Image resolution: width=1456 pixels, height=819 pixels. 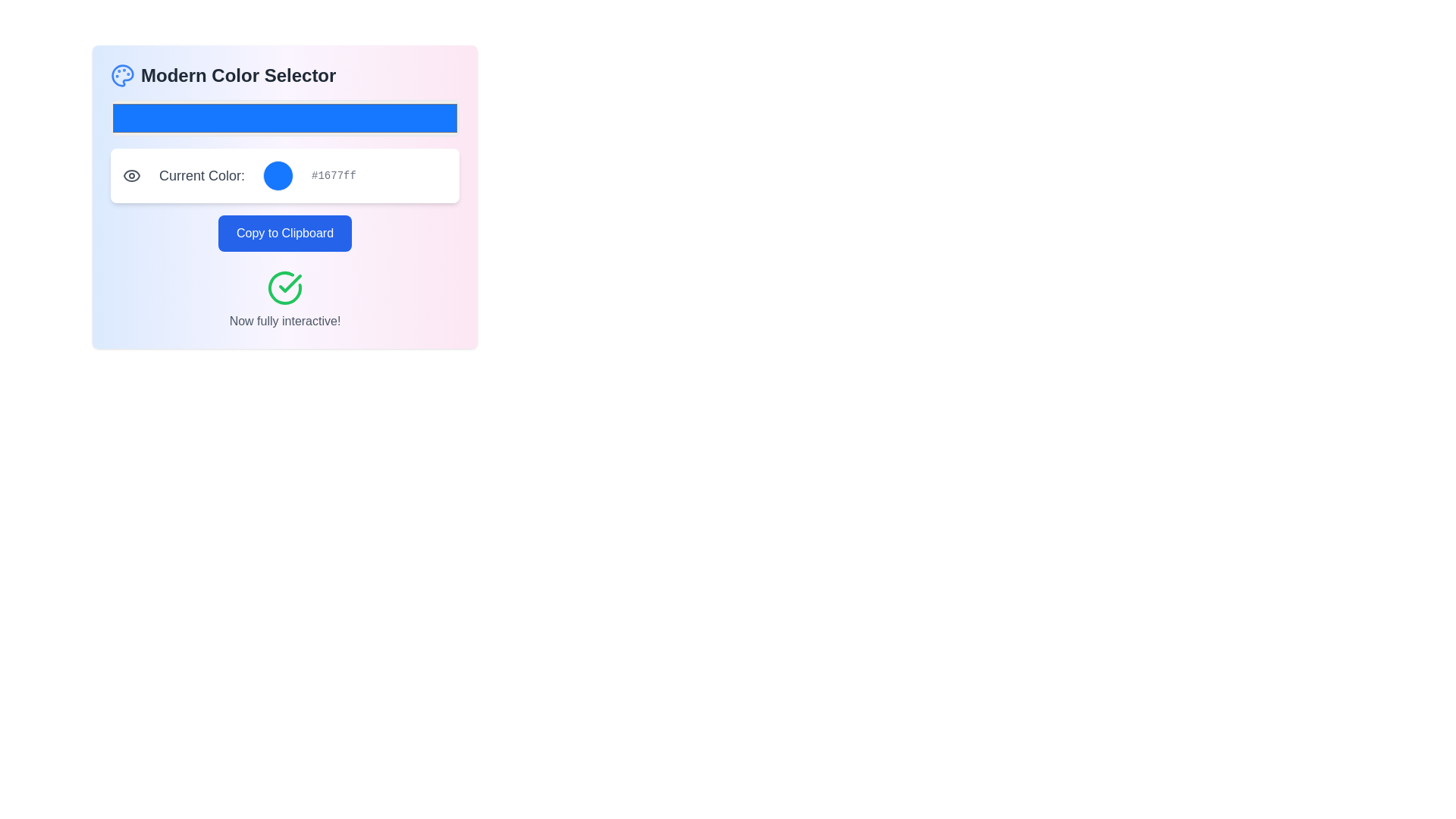 What do you see at coordinates (290, 284) in the screenshot?
I see `the success status icon located centrally in the lower portion of the interface, directly below the 'Copy to Clipboard' button and above the text 'Now fully interactive!'` at bounding box center [290, 284].